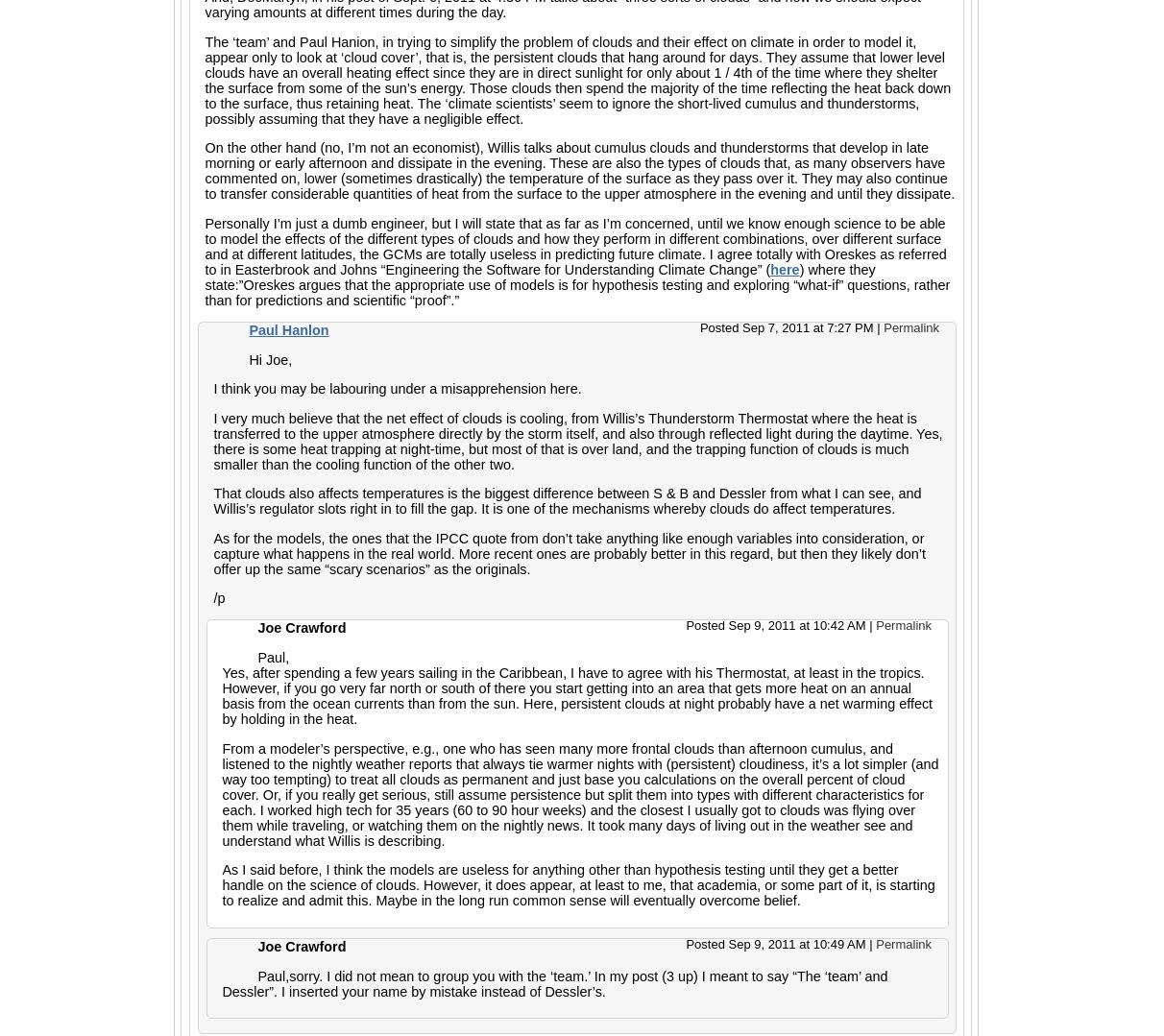  What do you see at coordinates (776, 624) in the screenshot?
I see `'Posted Sep 9, 2011 at 10:42 AM'` at bounding box center [776, 624].